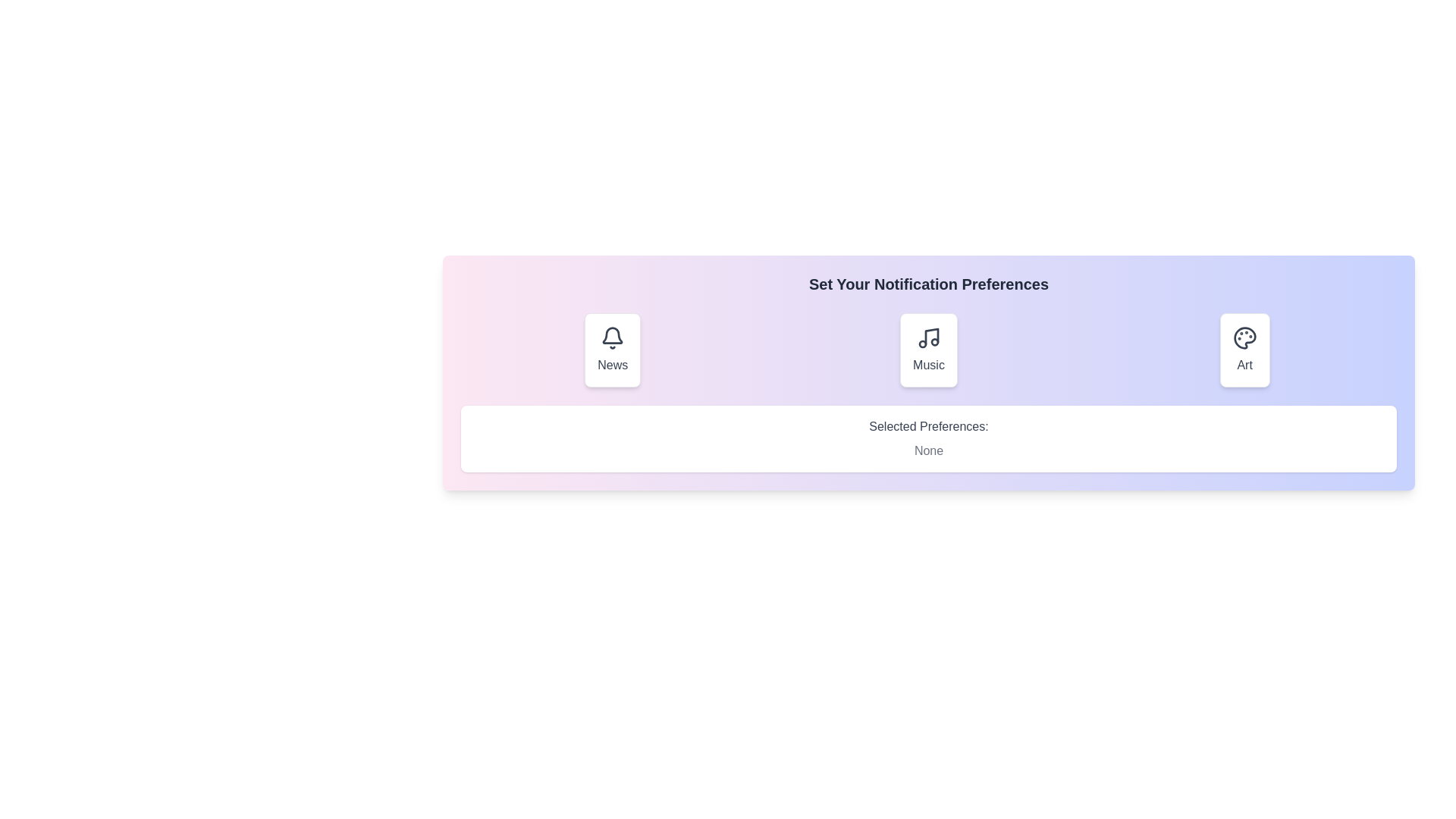 The height and width of the screenshot is (819, 1456). I want to click on the 'Art' category icon in the notification preferences selection interface, so click(1244, 337).